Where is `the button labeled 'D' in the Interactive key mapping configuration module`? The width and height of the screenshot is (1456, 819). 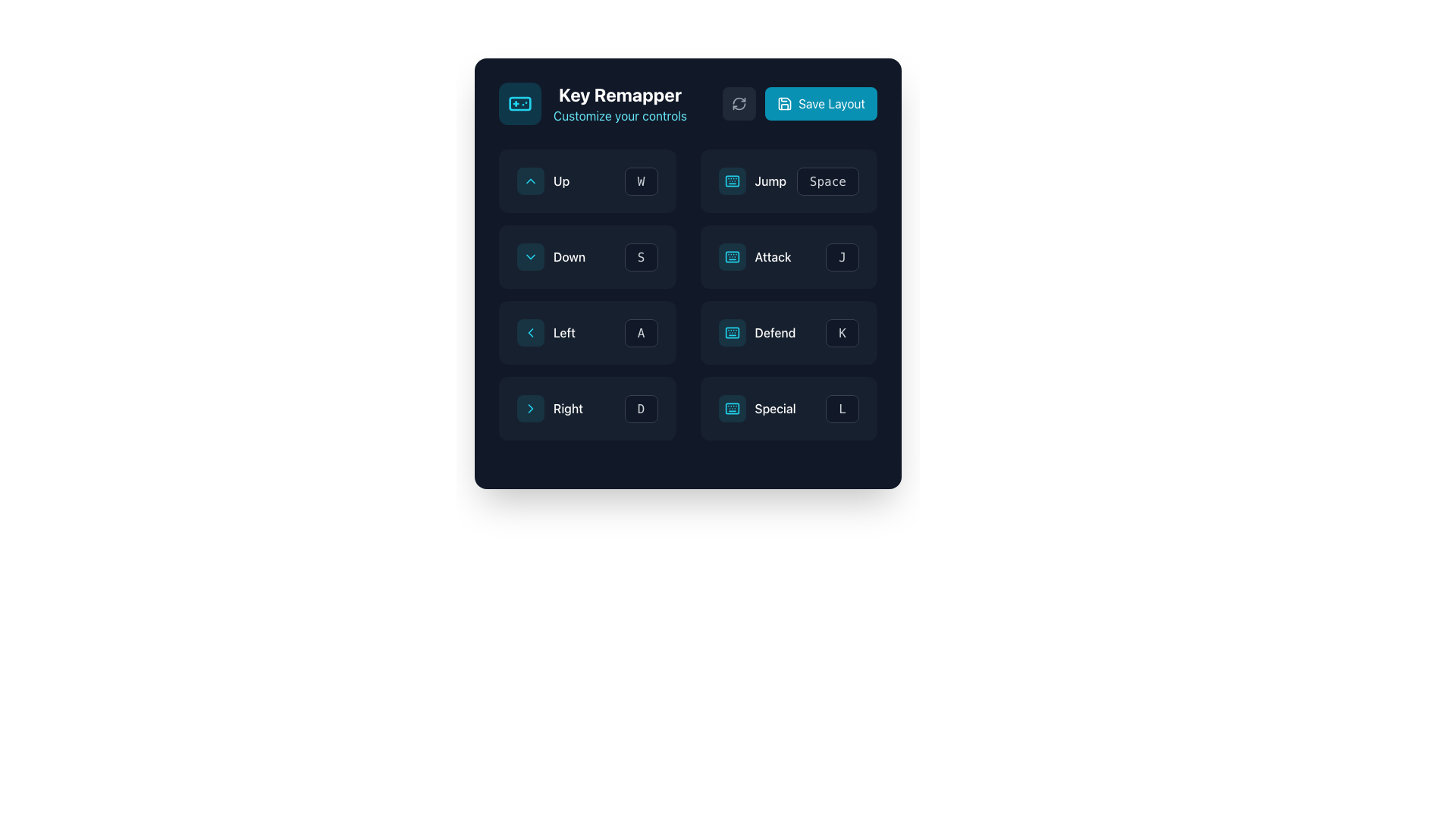 the button labeled 'D' in the Interactive key mapping configuration module is located at coordinates (586, 408).